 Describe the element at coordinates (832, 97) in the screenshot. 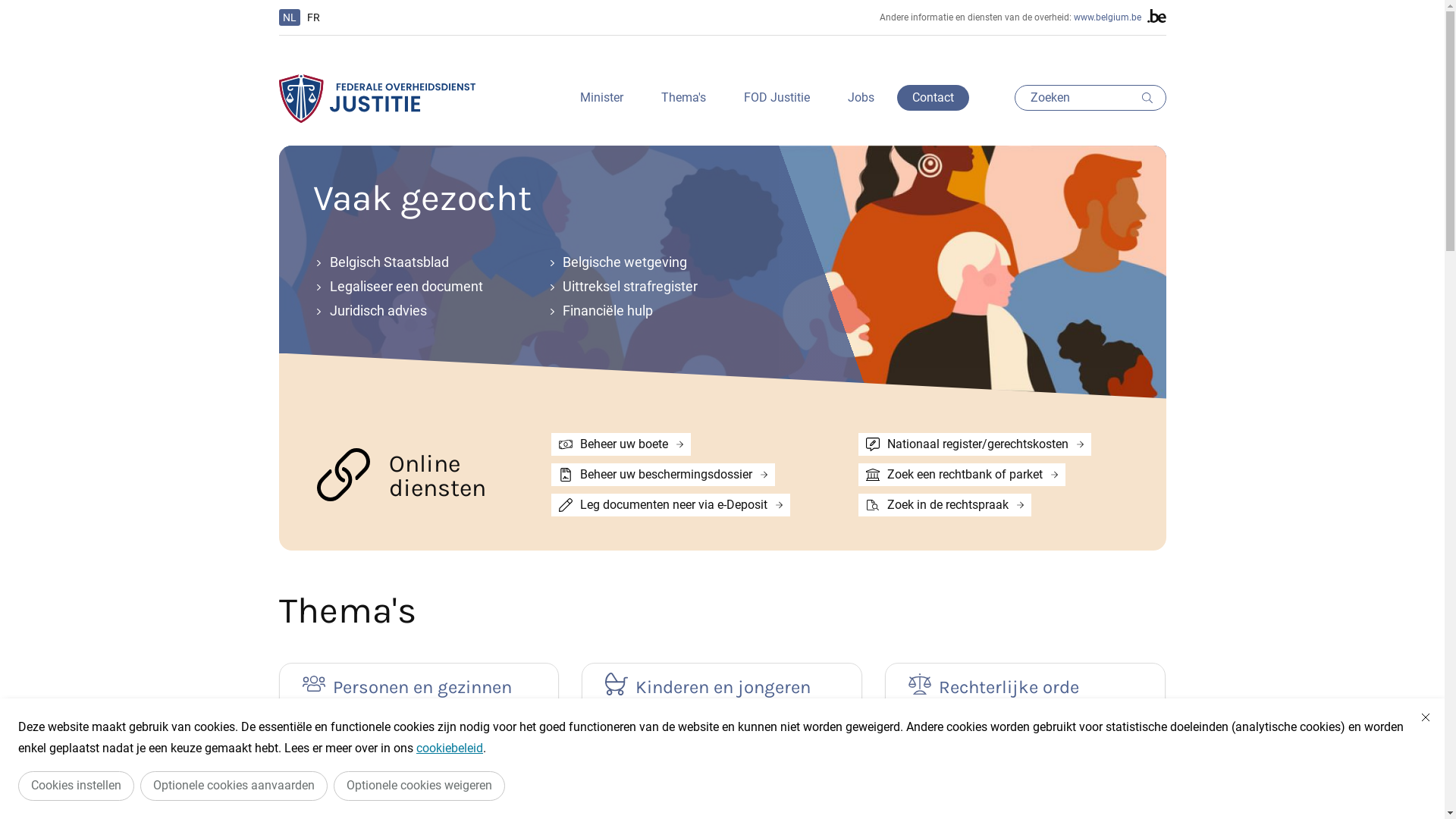

I see `'Jobs'` at that location.